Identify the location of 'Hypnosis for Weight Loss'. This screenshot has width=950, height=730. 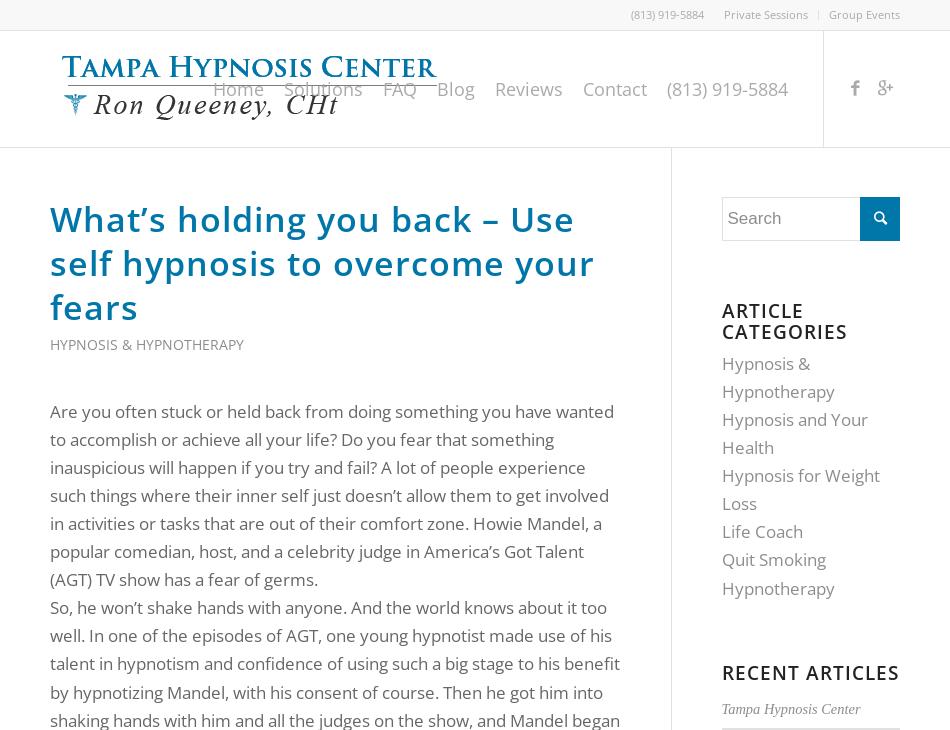
(798, 488).